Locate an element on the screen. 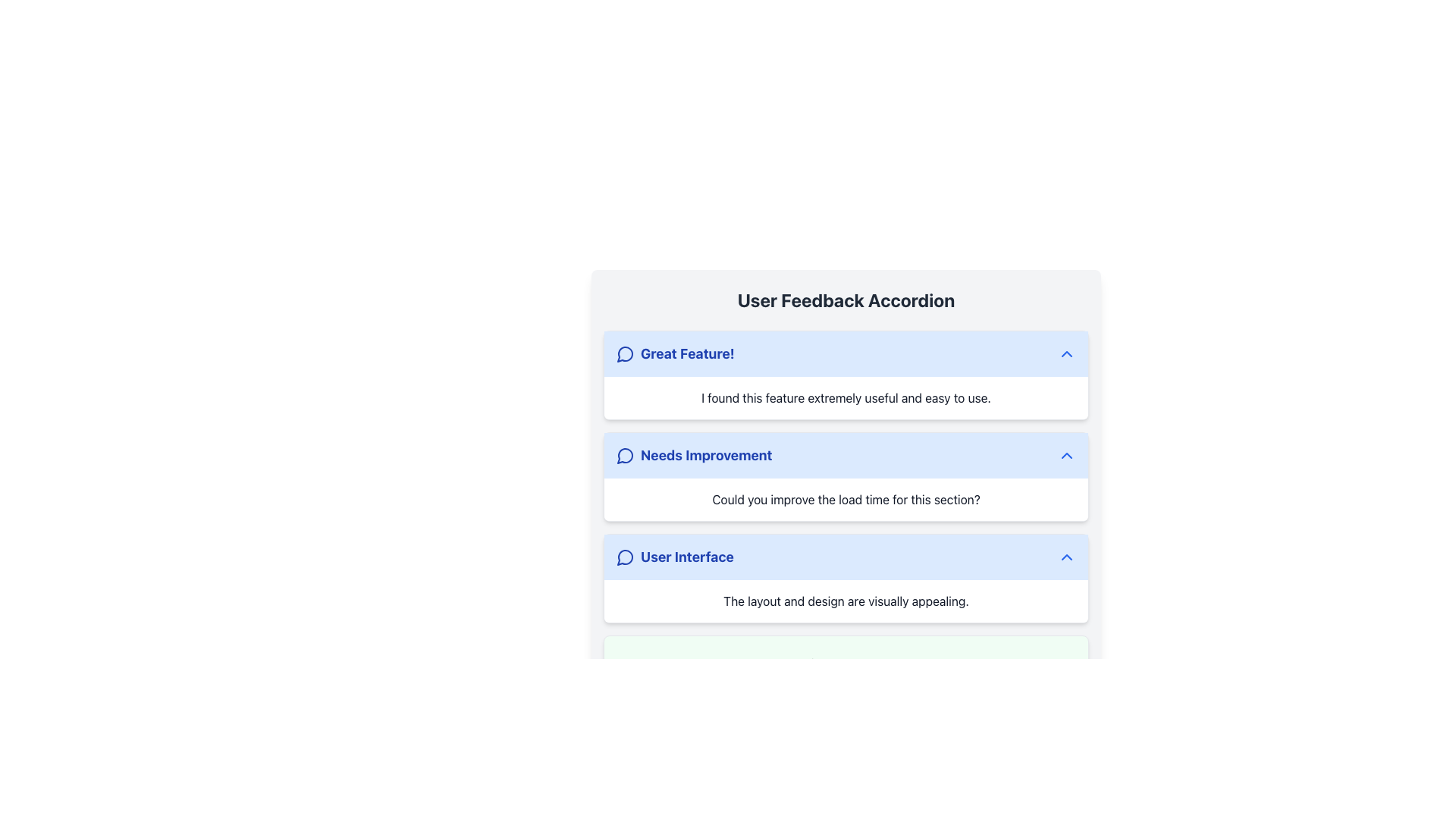 This screenshot has height=819, width=1456. the leading speech bubble icon with a blue outline located next to the text 'User Interface' in the feedback section list is located at coordinates (626, 557).